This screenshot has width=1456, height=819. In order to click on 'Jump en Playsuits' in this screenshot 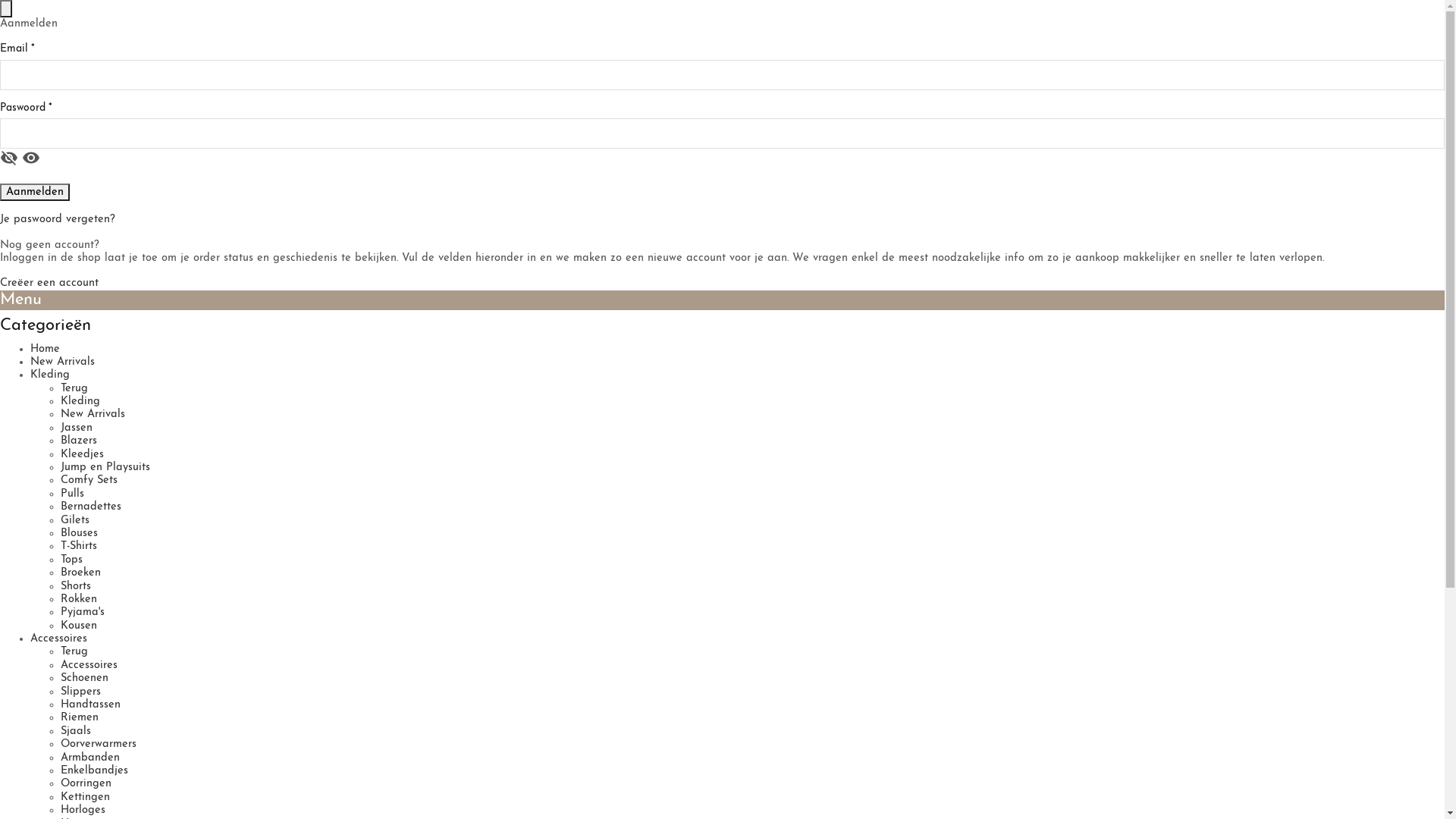, I will do `click(105, 466)`.